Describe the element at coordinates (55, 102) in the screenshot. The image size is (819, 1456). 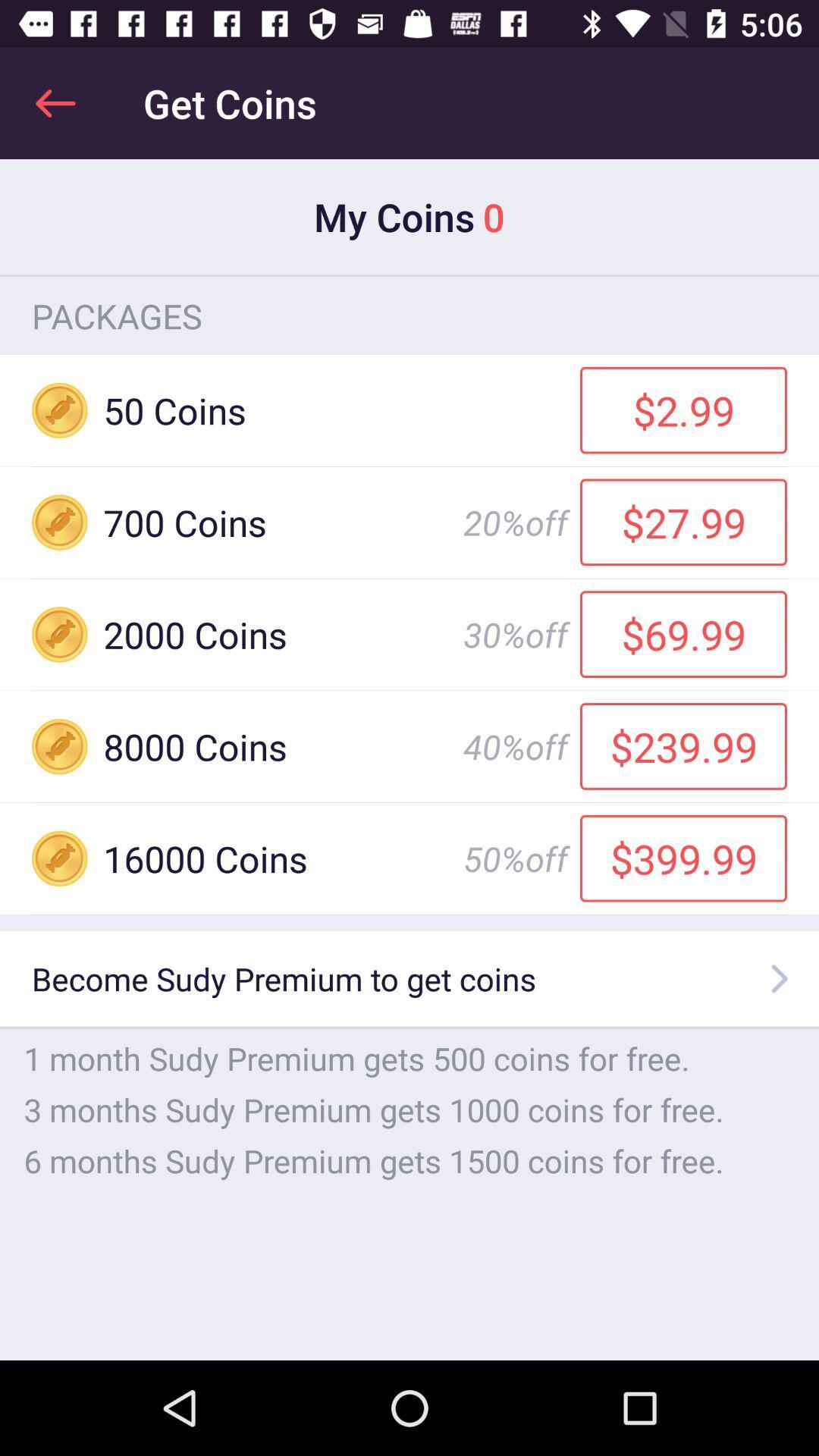
I see `go back` at that location.